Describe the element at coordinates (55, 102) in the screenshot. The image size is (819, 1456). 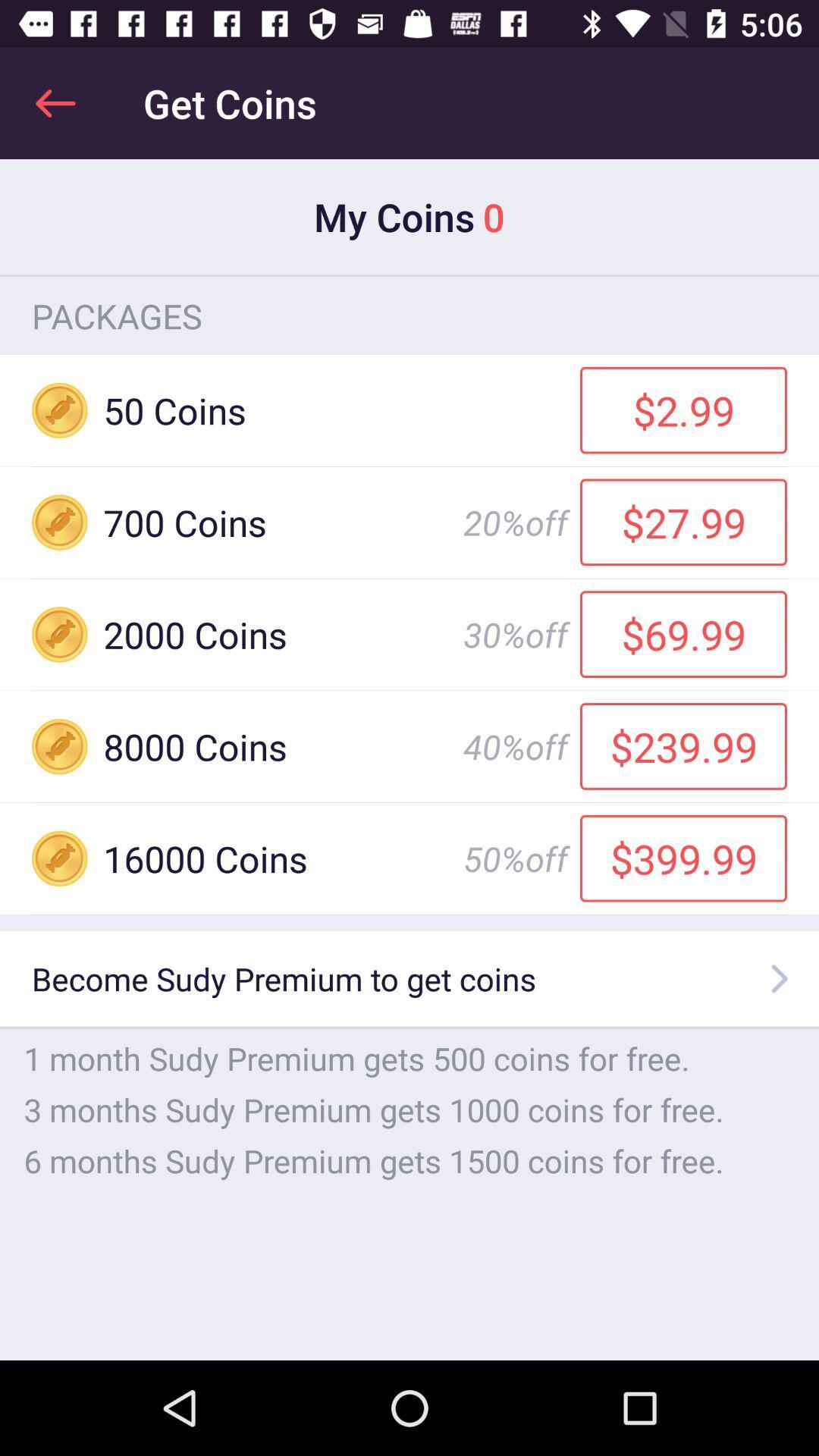
I see `go back` at that location.